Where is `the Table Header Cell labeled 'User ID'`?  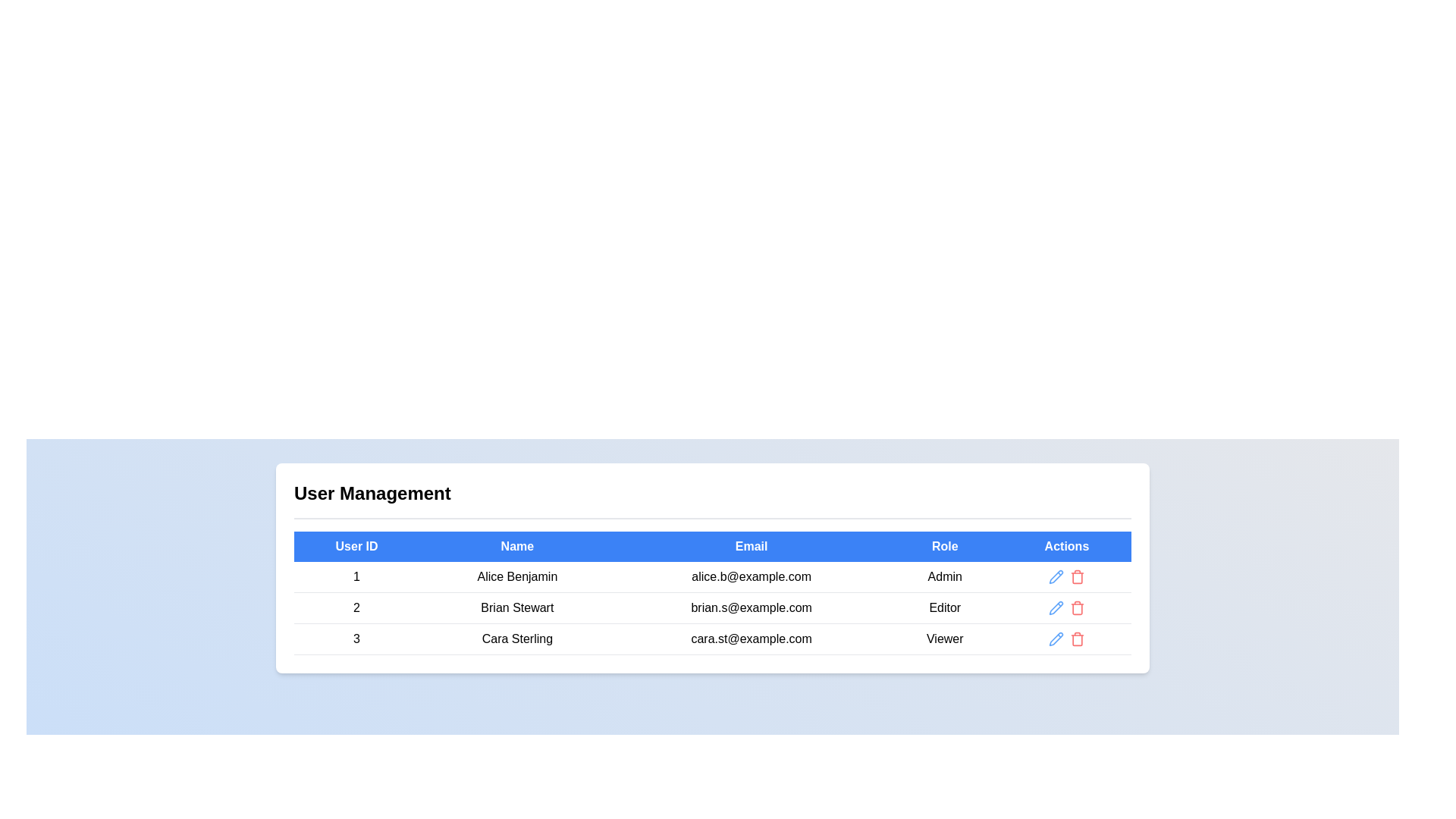 the Table Header Cell labeled 'User ID' is located at coordinates (356, 547).